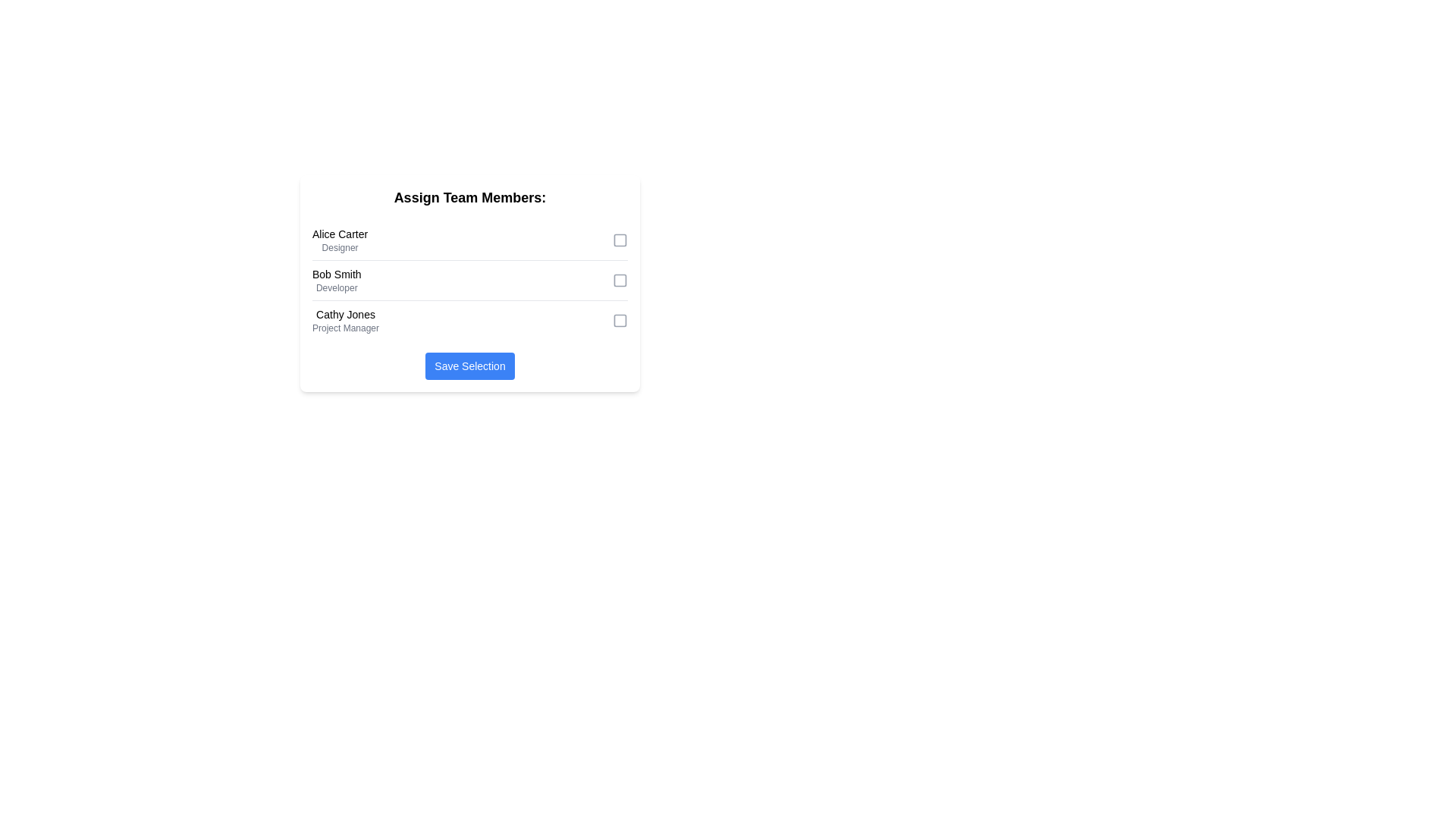  What do you see at coordinates (339, 247) in the screenshot?
I see `the text label displaying 'Designer' which is located beneath 'Alice Carter' in the first team member card` at bounding box center [339, 247].